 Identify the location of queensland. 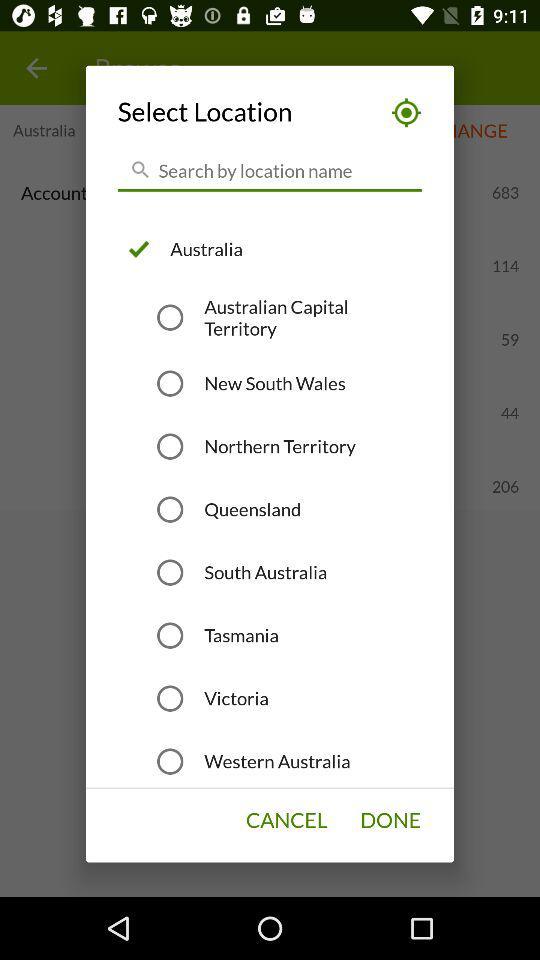
(252, 508).